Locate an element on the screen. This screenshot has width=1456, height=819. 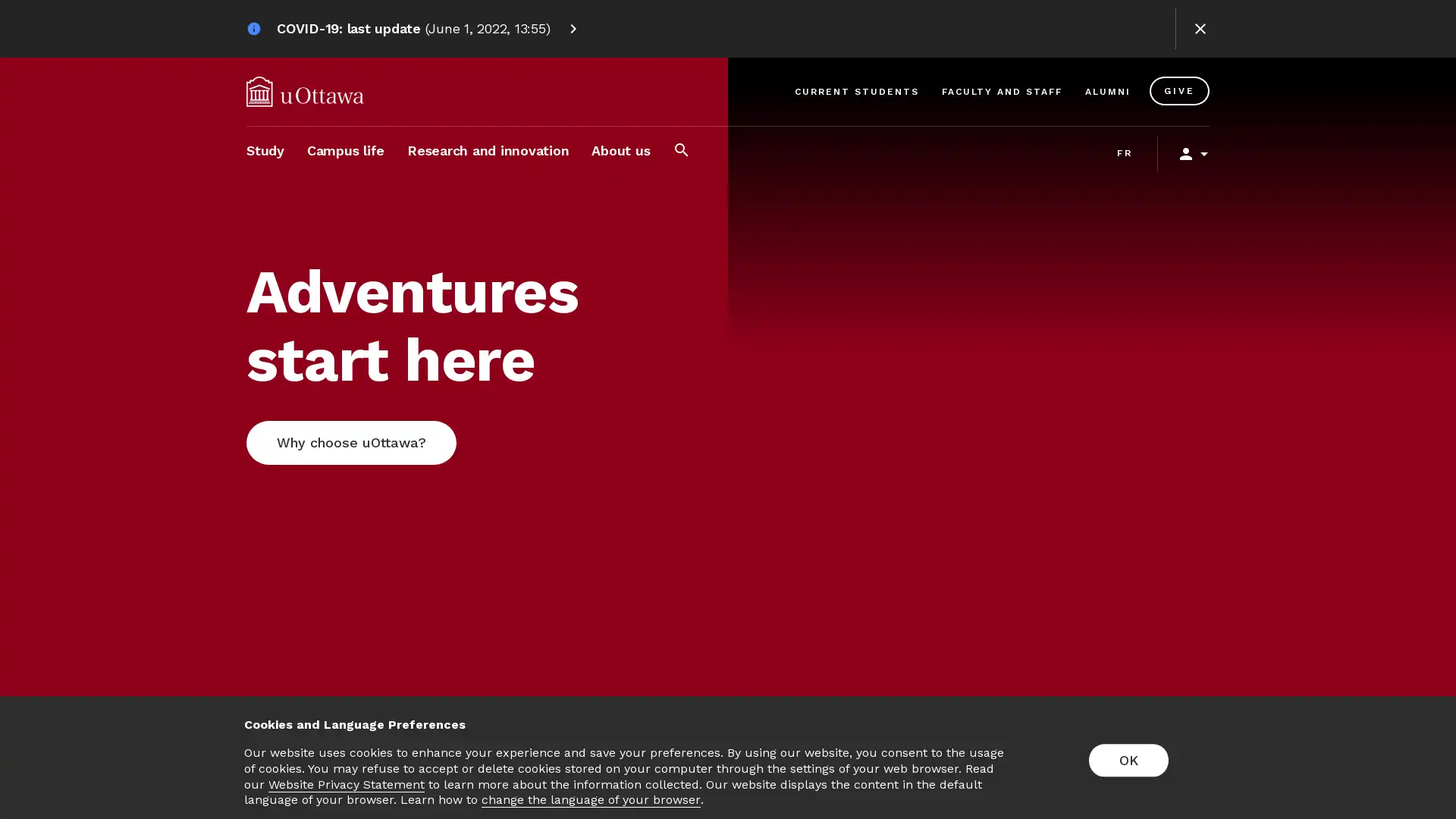
Pause is located at coordinates (1417, 757).